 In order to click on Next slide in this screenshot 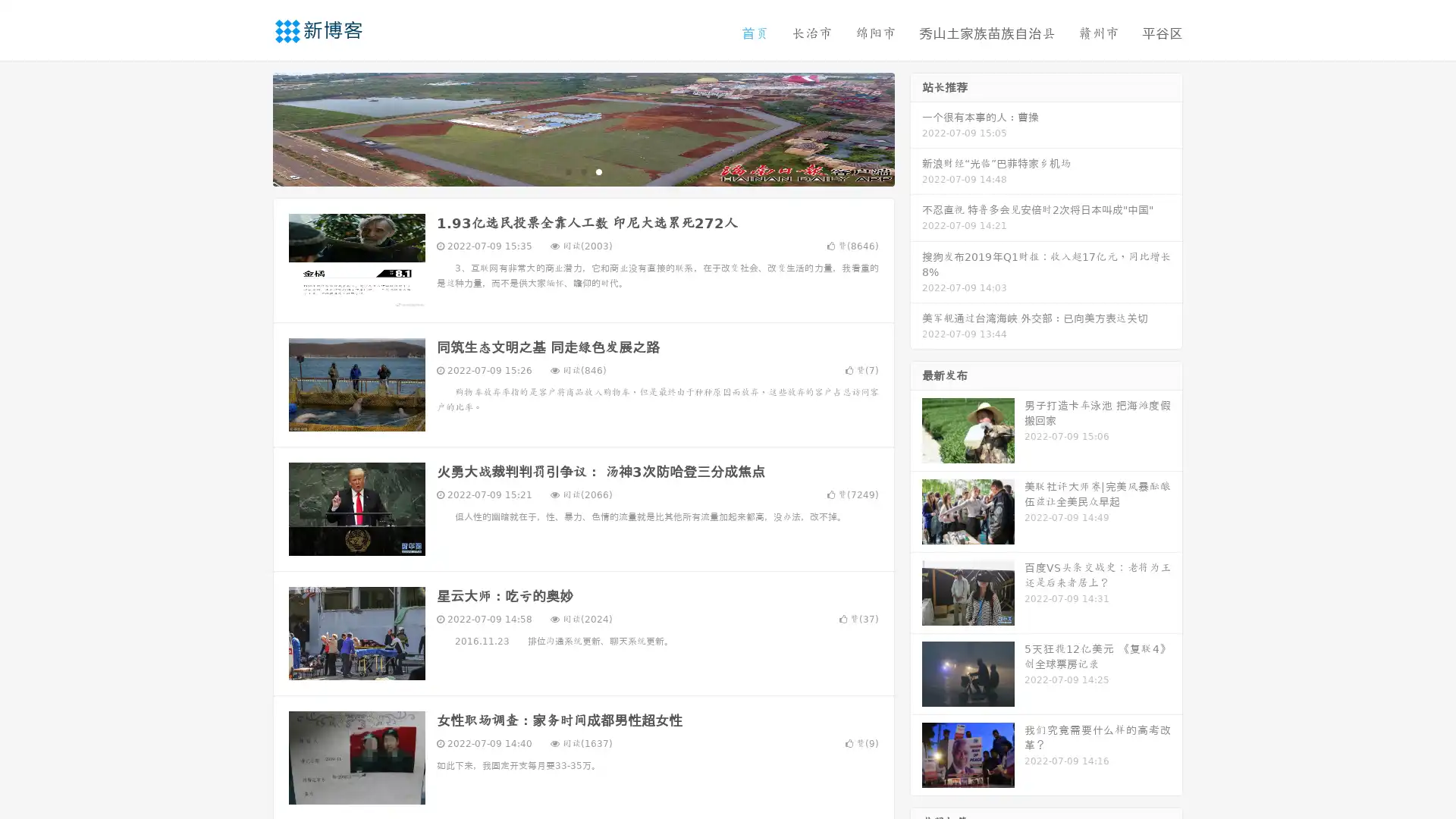, I will do `click(916, 127)`.